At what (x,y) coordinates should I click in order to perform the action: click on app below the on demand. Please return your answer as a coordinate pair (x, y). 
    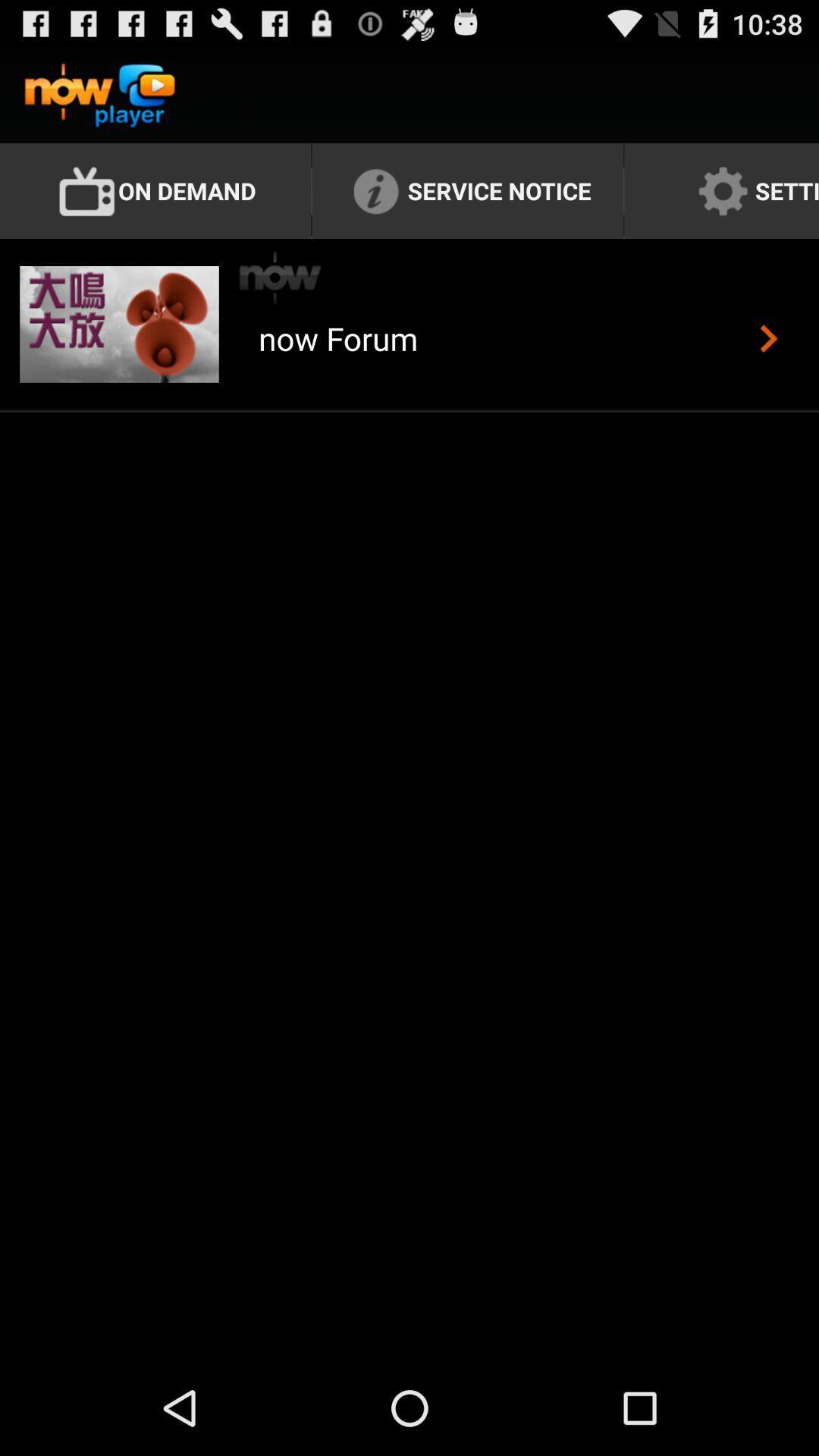
    Looking at the image, I should click on (281, 278).